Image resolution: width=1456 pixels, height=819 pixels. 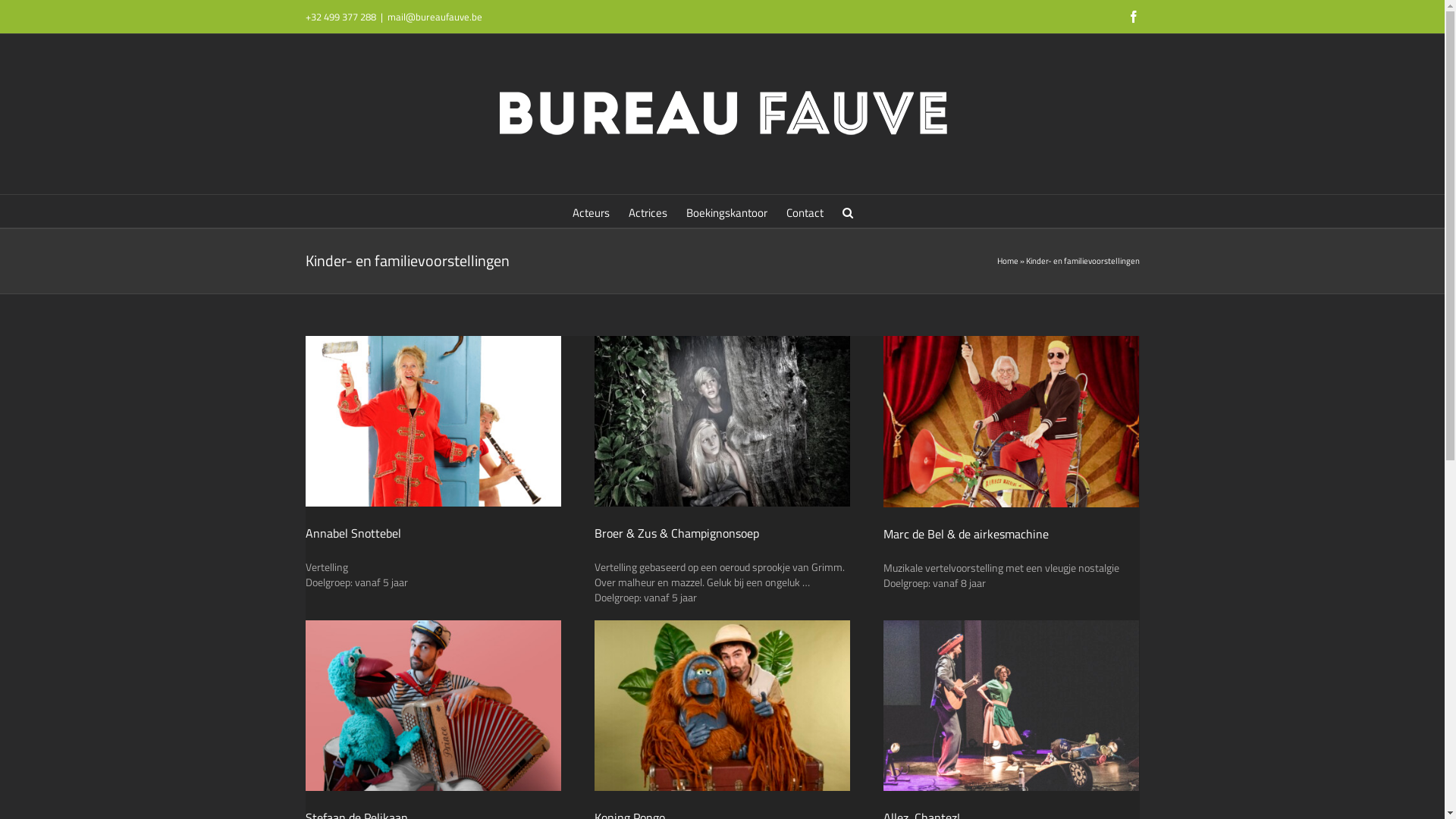 What do you see at coordinates (726, 211) in the screenshot?
I see `'Boekingskantoor'` at bounding box center [726, 211].